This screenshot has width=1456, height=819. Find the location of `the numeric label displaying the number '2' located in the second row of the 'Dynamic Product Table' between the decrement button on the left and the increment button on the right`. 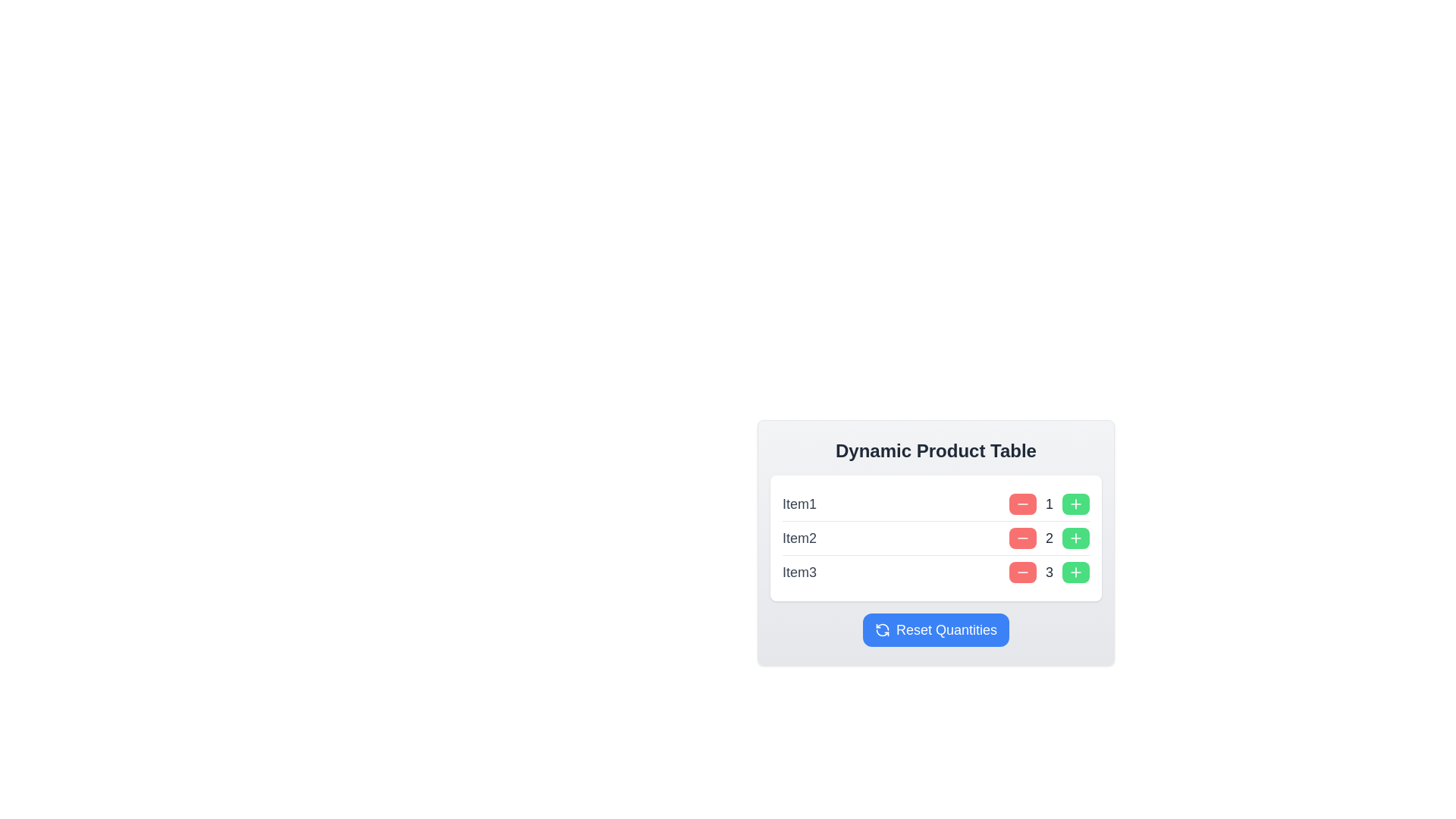

the numeric label displaying the number '2' located in the second row of the 'Dynamic Product Table' between the decrement button on the left and the increment button on the right is located at coordinates (1048, 537).